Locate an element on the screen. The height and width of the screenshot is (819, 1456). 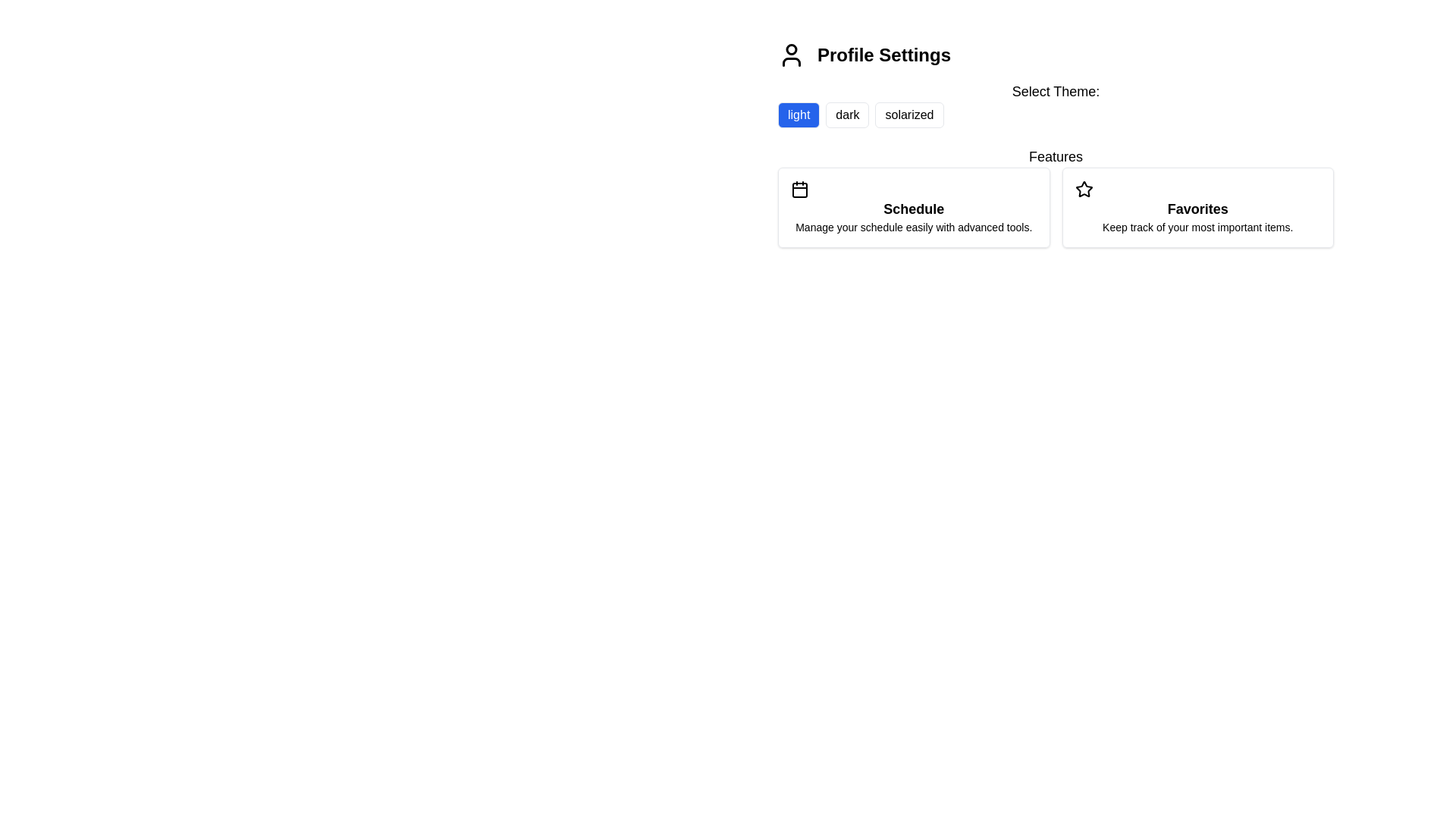
the leftmost button in the 'Select Theme' row is located at coordinates (798, 114).